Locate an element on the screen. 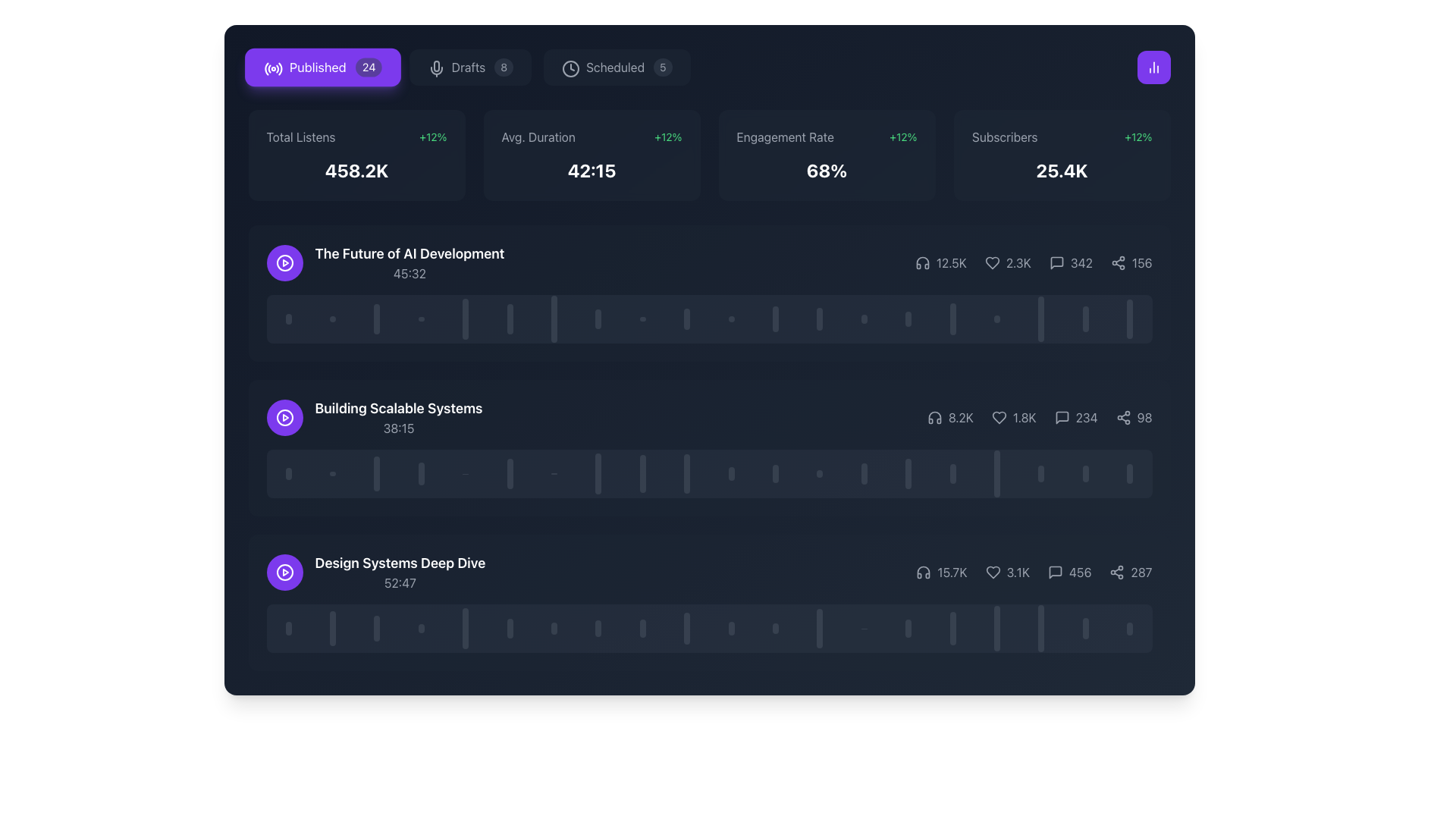 The image size is (1456, 819). the share icon located at the bottom-right corner of the last content panel, adjacent to the text '287' is located at coordinates (1117, 573).